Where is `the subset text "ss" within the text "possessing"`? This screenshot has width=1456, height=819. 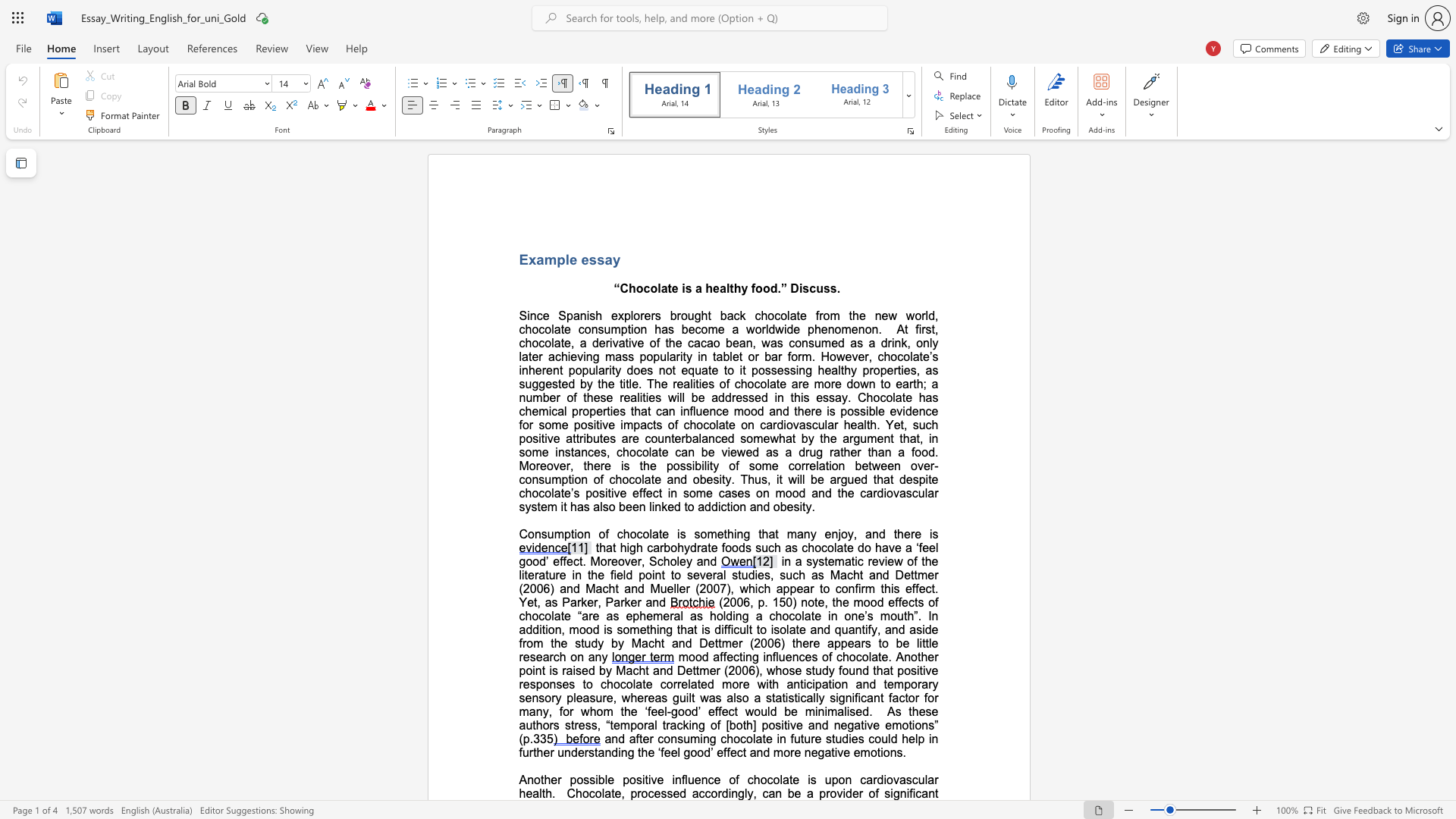
the subset text "ss" within the text "possessing" is located at coordinates (783, 370).